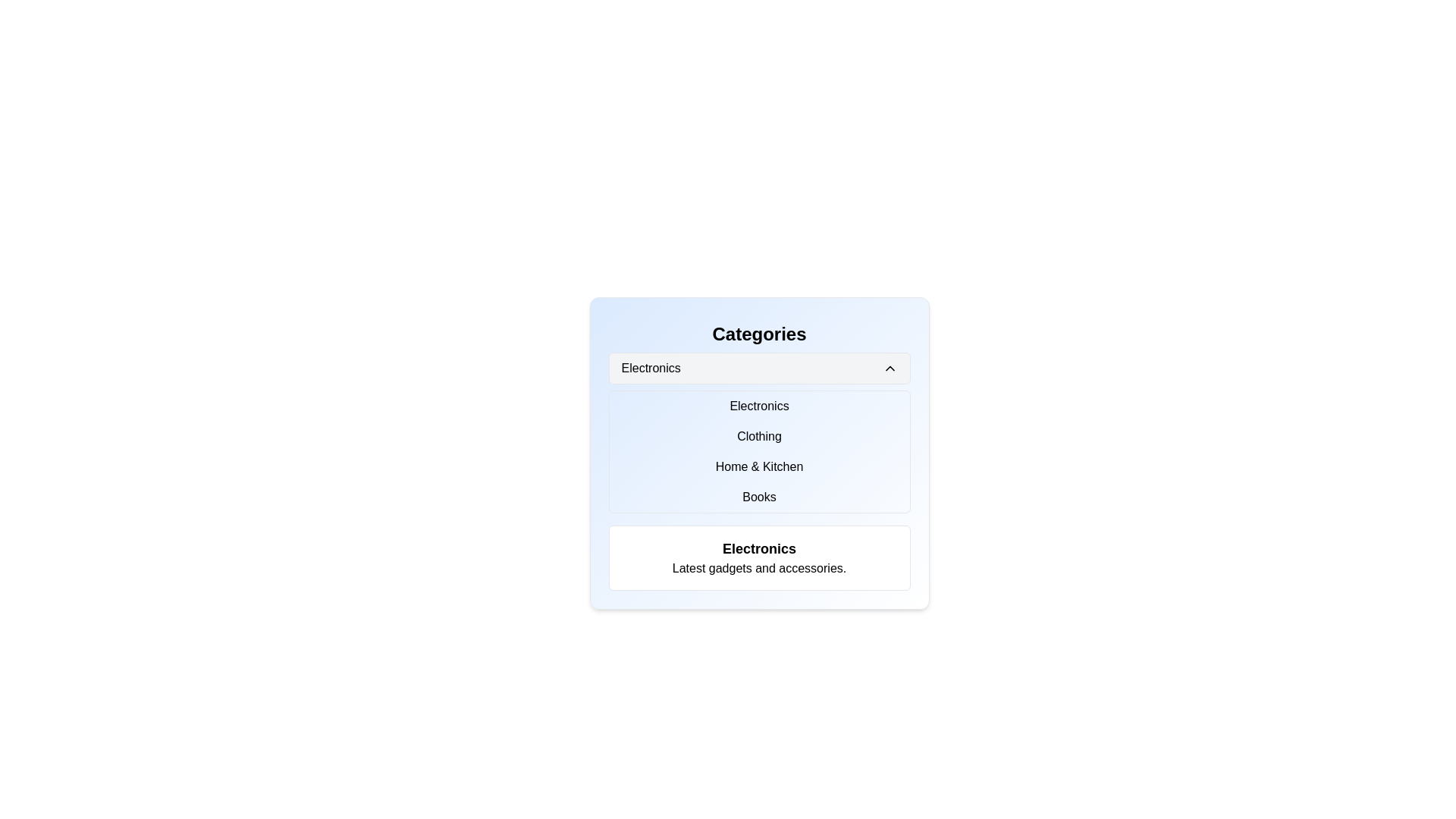  I want to click on the informational card that provides details about the category 'Electronics', located at the bottom of the 'Categories' section, so click(759, 558).